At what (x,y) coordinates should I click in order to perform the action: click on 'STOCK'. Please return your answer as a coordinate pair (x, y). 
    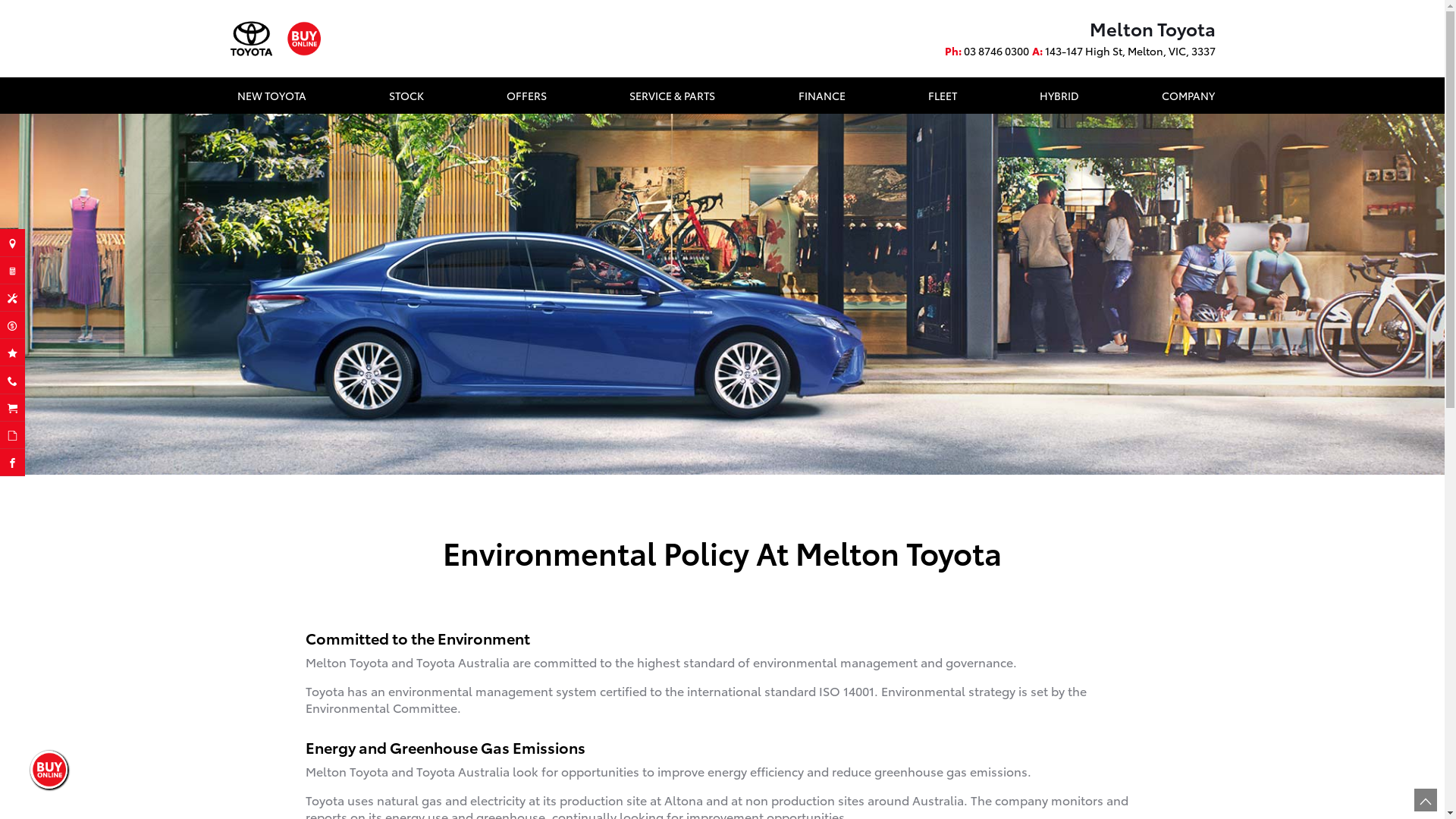
    Looking at the image, I should click on (406, 96).